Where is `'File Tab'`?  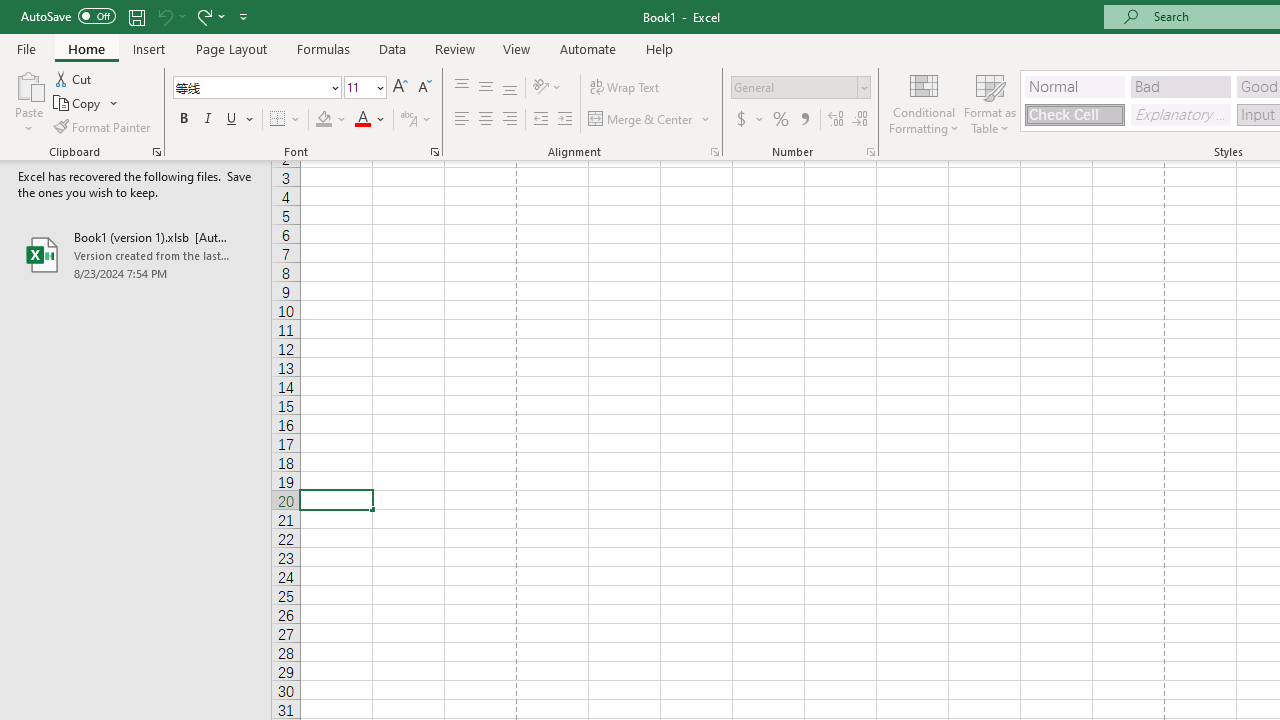 'File Tab' is located at coordinates (26, 47).